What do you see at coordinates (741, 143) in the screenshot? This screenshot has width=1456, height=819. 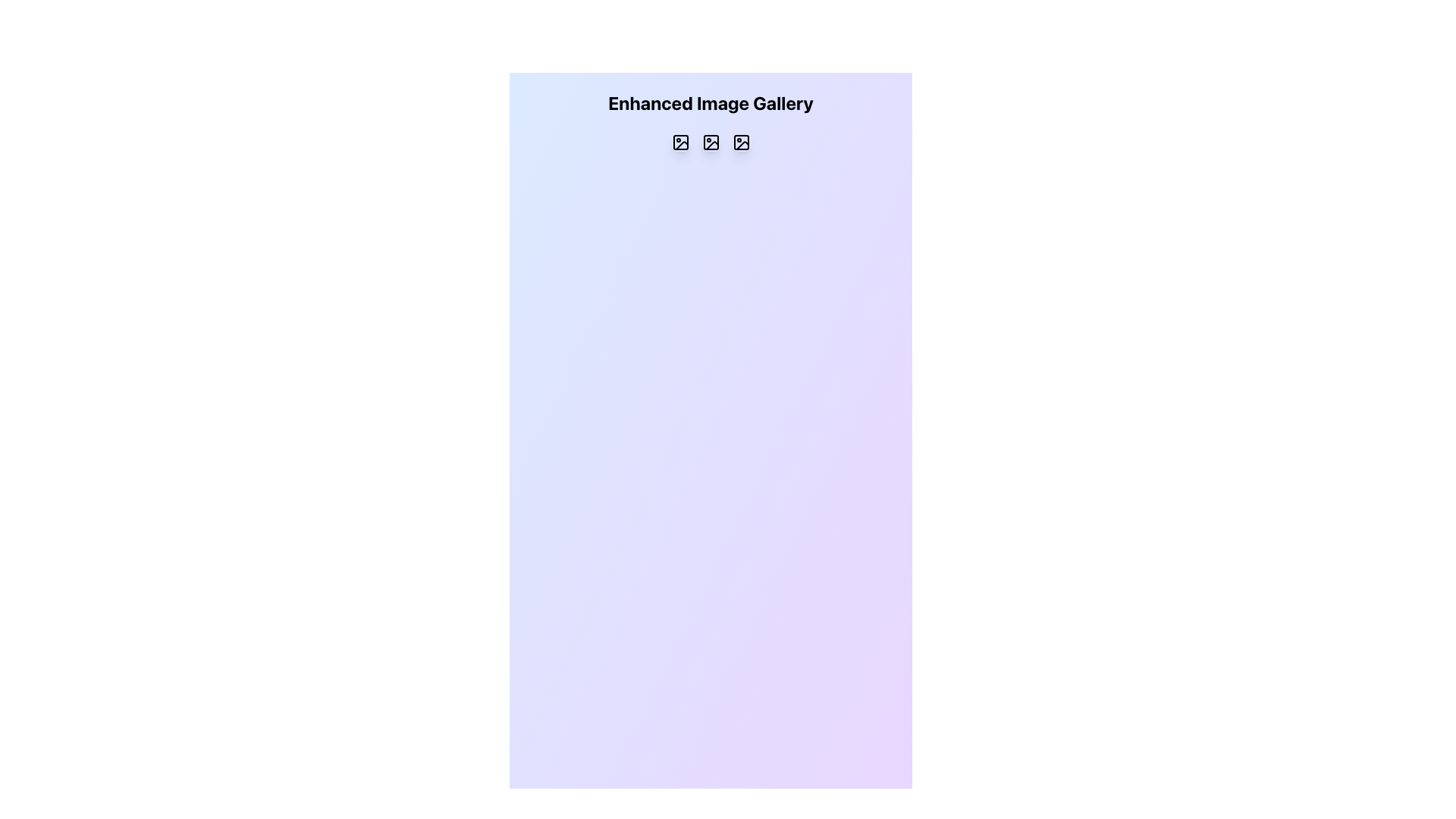 I see `the third rectangular SVG shape in the top-right segment of the interface that contributes to an image-like icon` at bounding box center [741, 143].